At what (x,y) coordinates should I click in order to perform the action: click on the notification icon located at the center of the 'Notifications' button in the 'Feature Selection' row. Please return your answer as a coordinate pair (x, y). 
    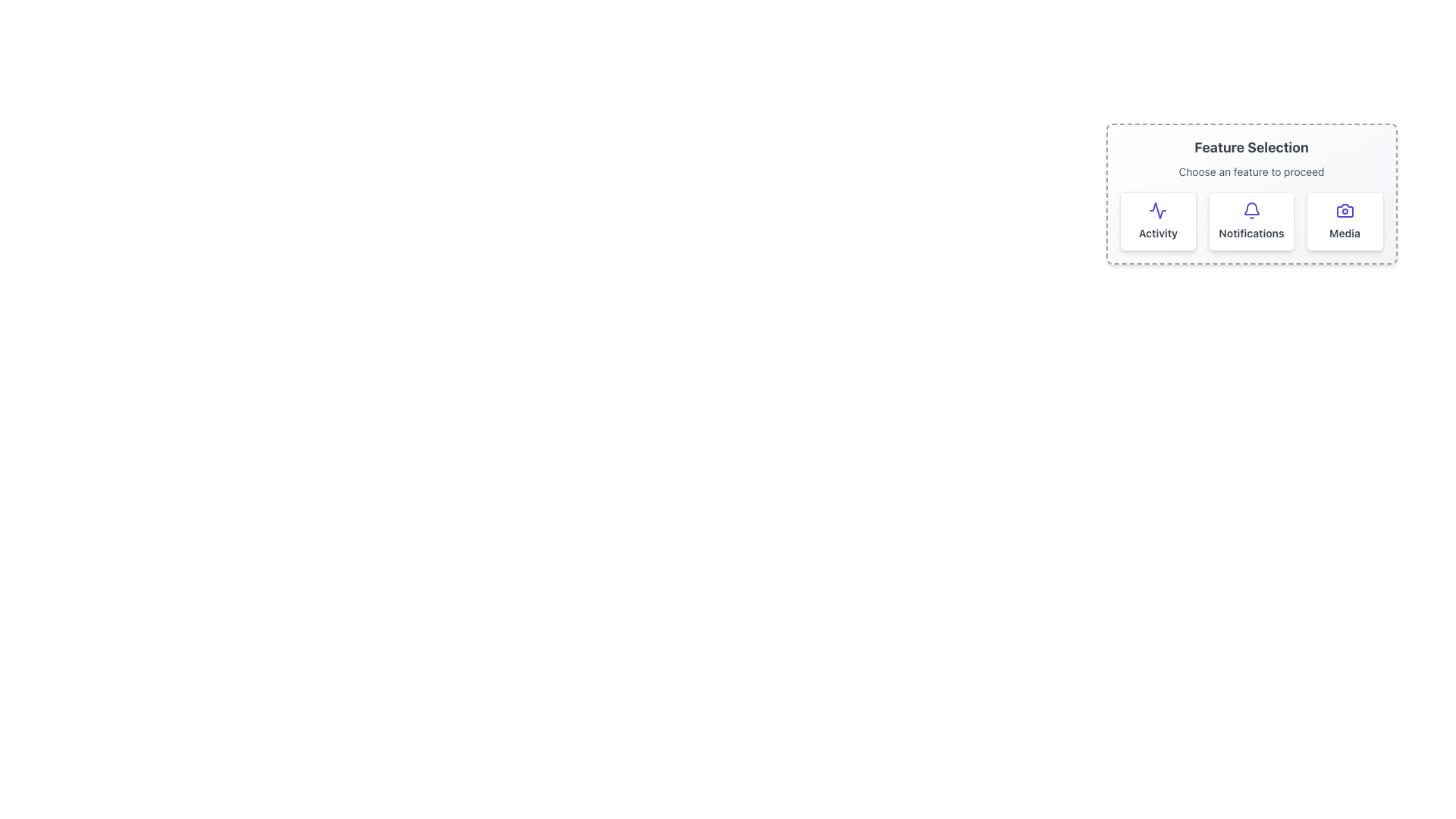
    Looking at the image, I should click on (1251, 210).